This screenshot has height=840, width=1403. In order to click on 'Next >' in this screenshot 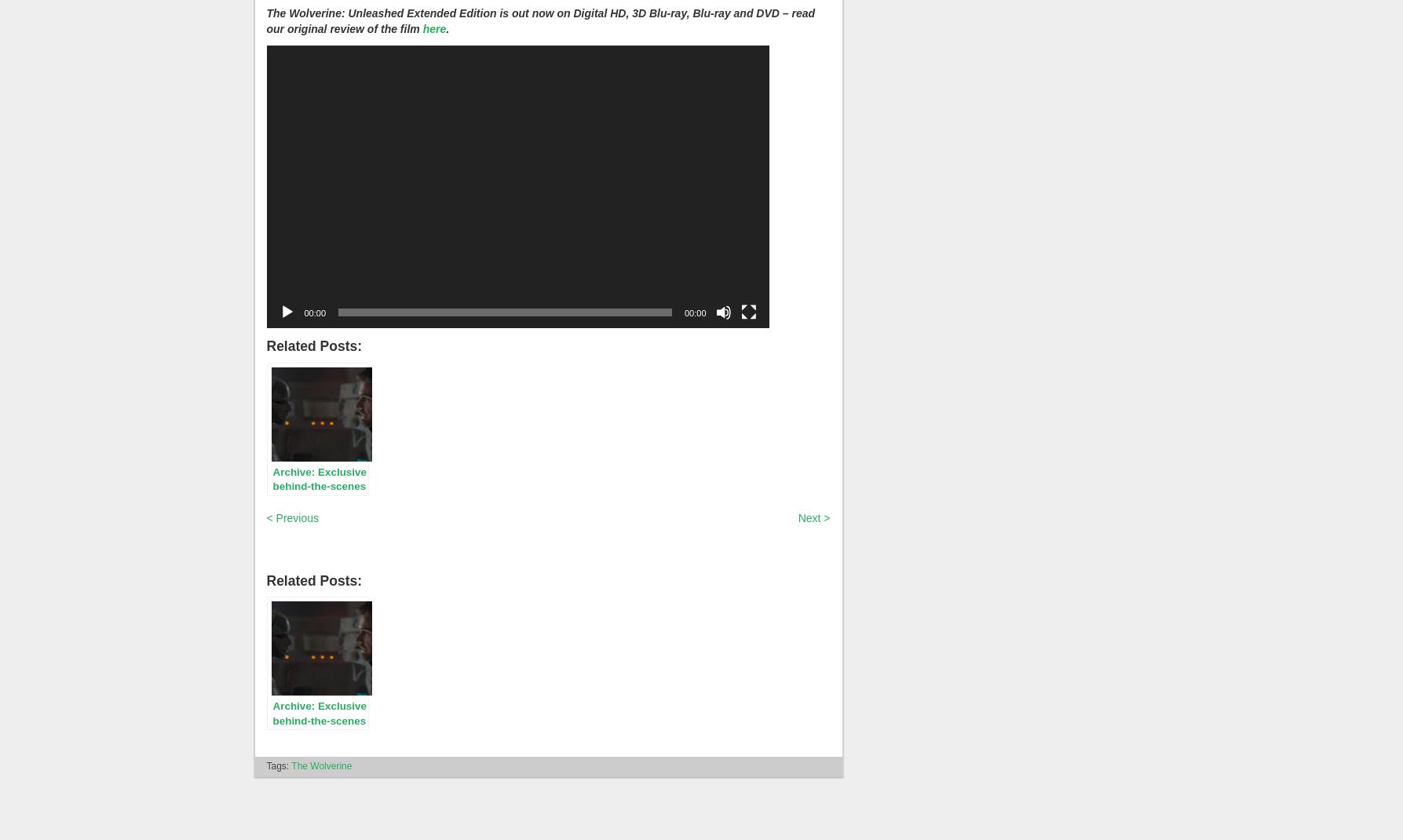, I will do `click(797, 517)`.